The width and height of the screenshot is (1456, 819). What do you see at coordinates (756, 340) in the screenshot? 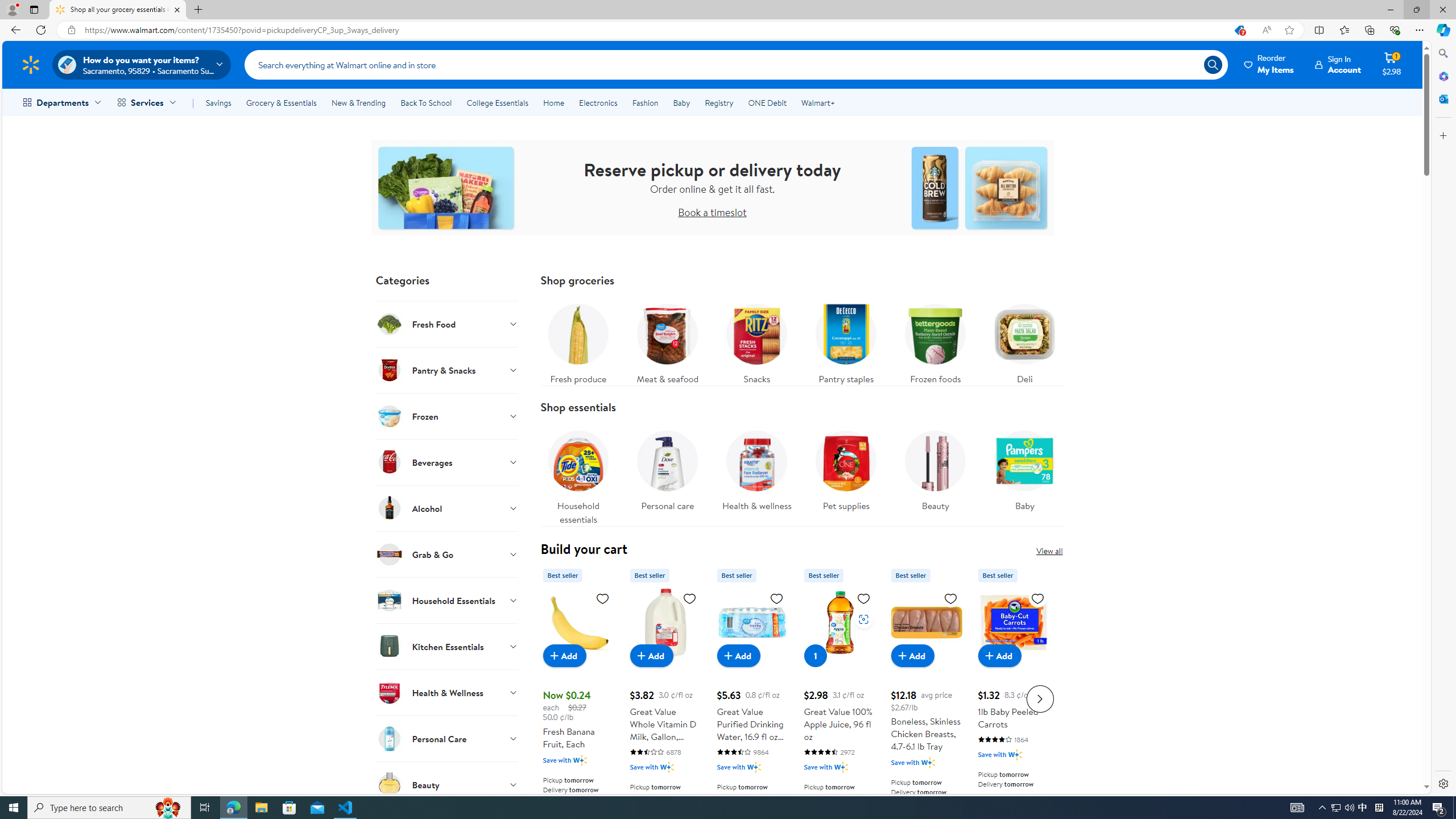
I see `'Snacks'` at bounding box center [756, 340].